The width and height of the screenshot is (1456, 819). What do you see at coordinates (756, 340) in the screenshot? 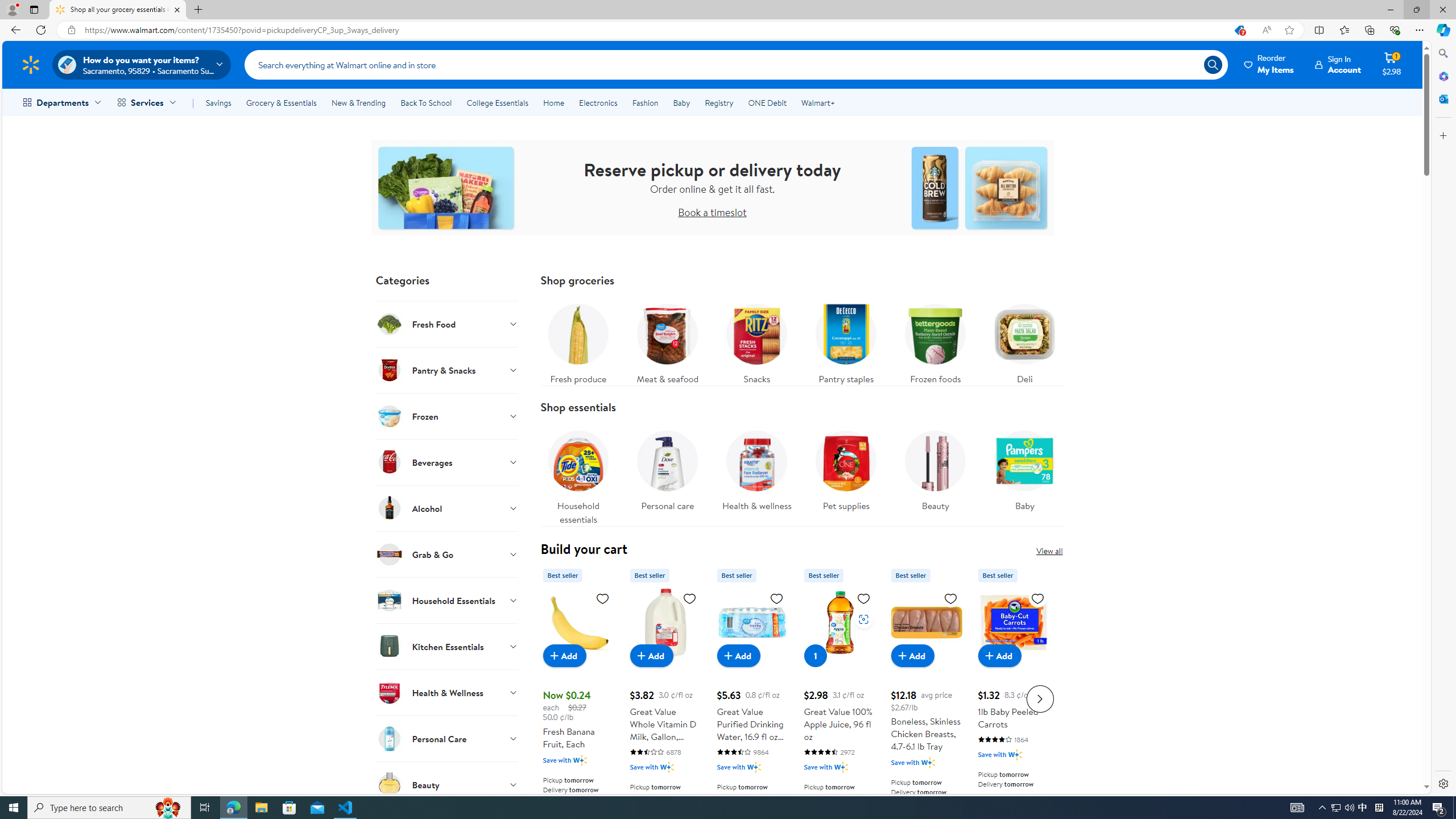
I see `'Snacks'` at bounding box center [756, 340].